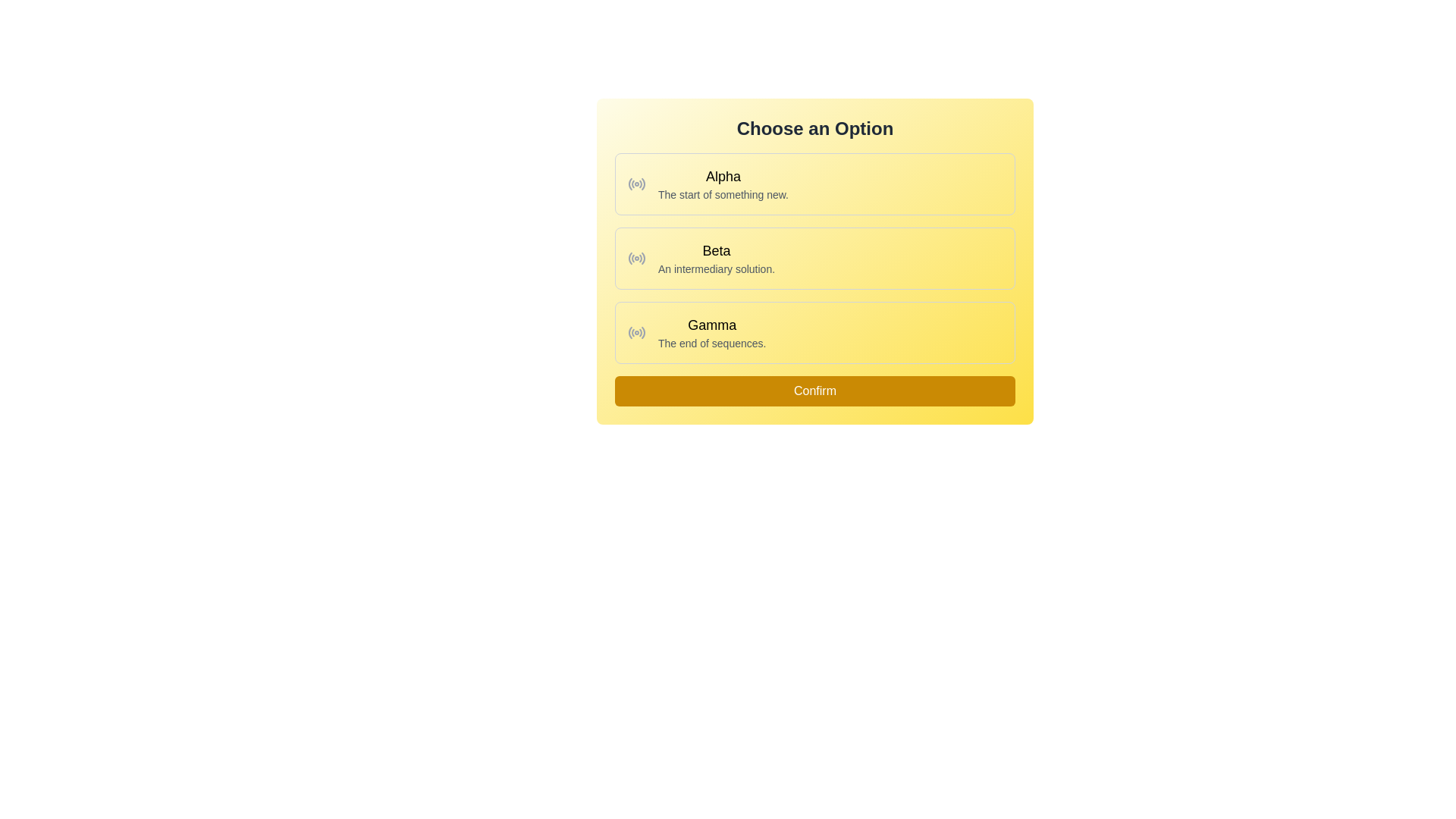 This screenshot has width=1456, height=819. What do you see at coordinates (814, 332) in the screenshot?
I see `the third selectable option in the vertical list` at bounding box center [814, 332].